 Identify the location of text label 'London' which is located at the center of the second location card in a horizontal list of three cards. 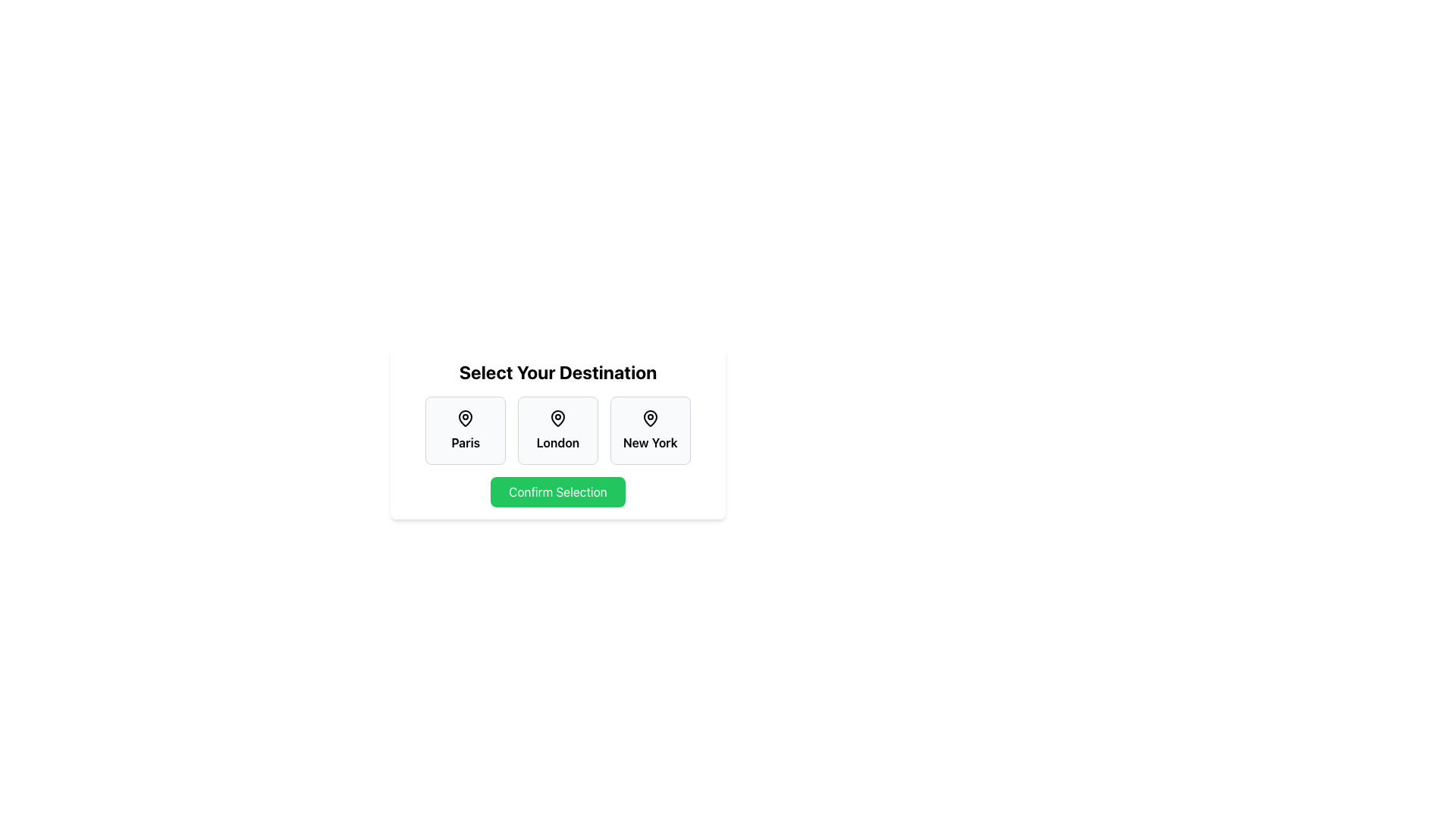
(557, 442).